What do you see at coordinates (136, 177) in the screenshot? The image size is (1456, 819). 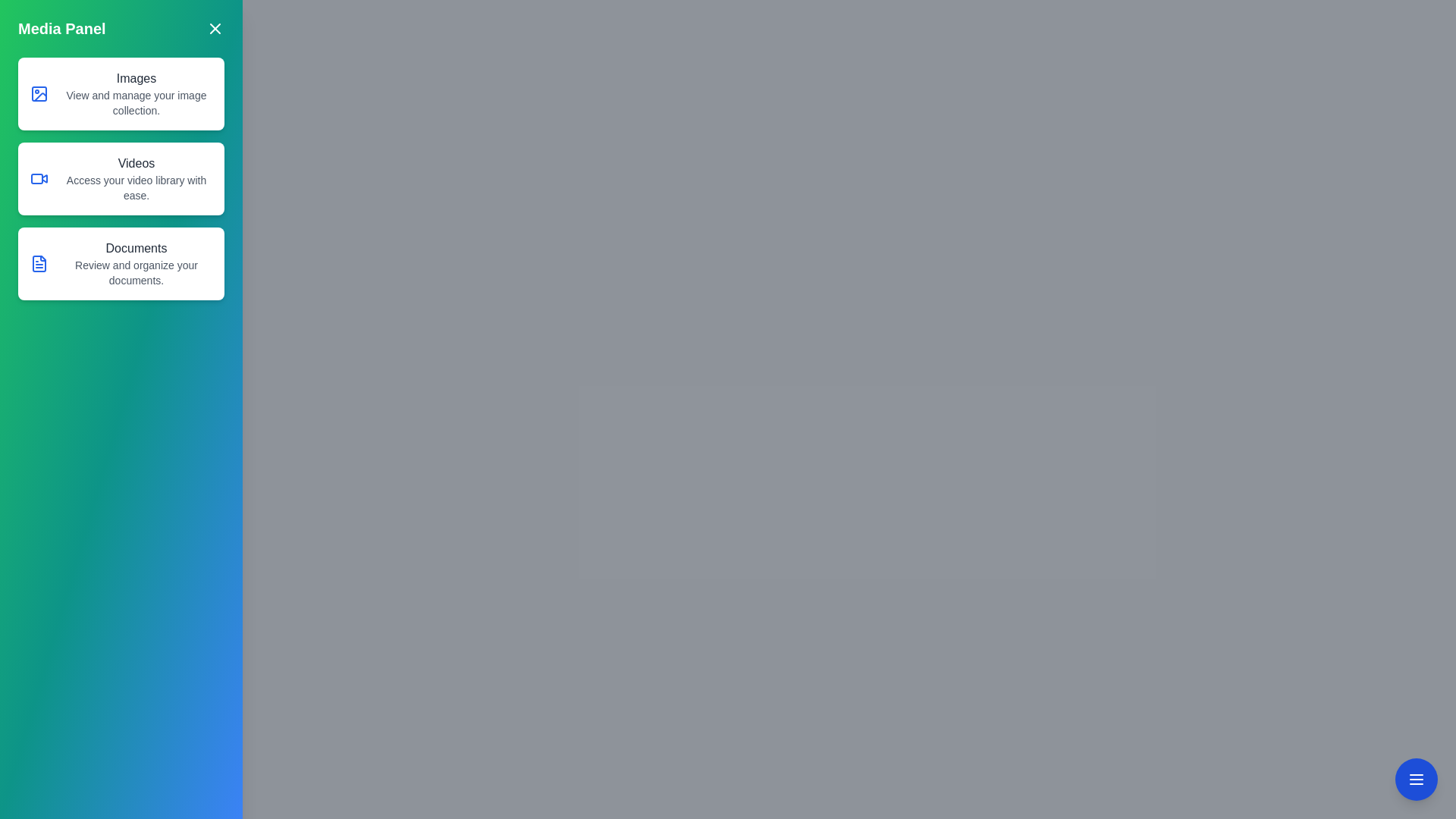 I see `the Informational Text Block that describes the video library access feature, located in the middle card of three stacked cards on the left panel` at bounding box center [136, 177].